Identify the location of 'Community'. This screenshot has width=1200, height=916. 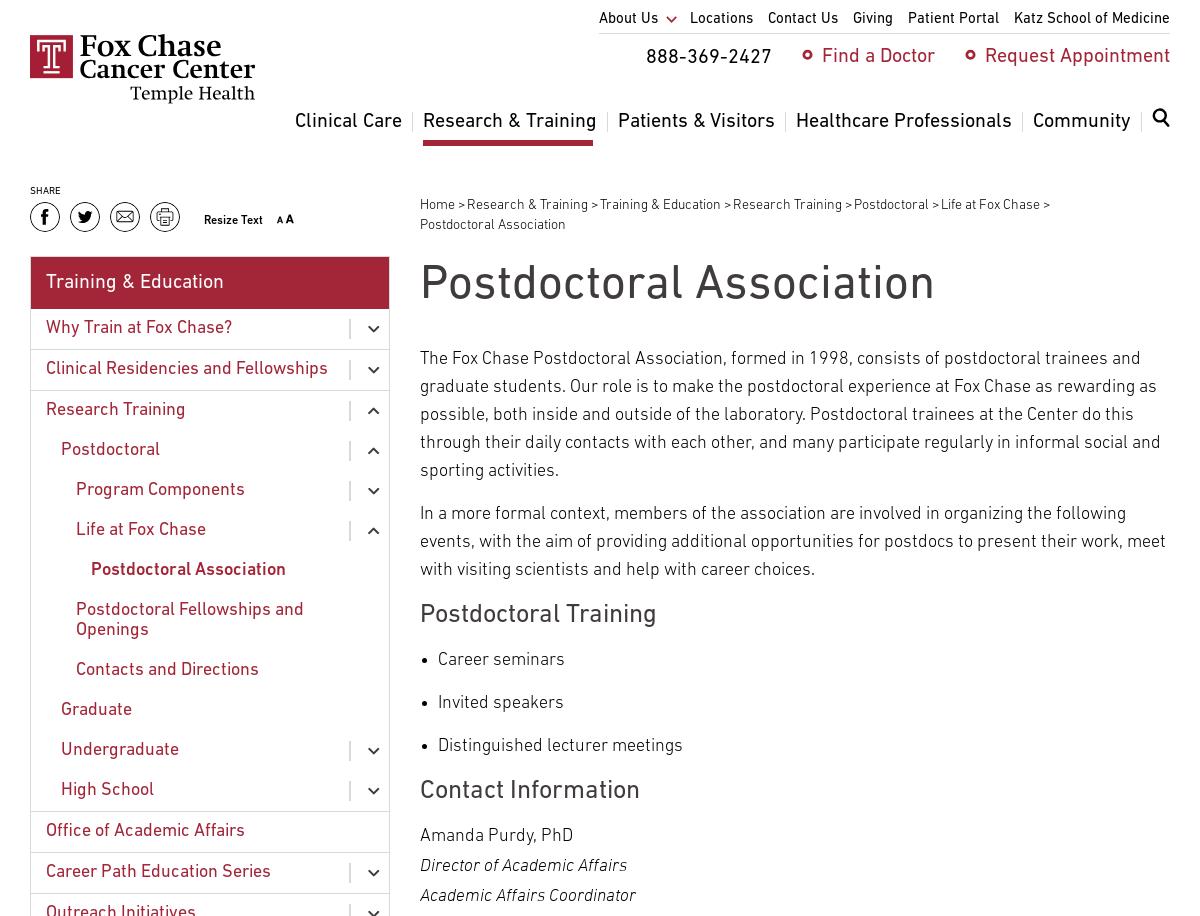
(1081, 121).